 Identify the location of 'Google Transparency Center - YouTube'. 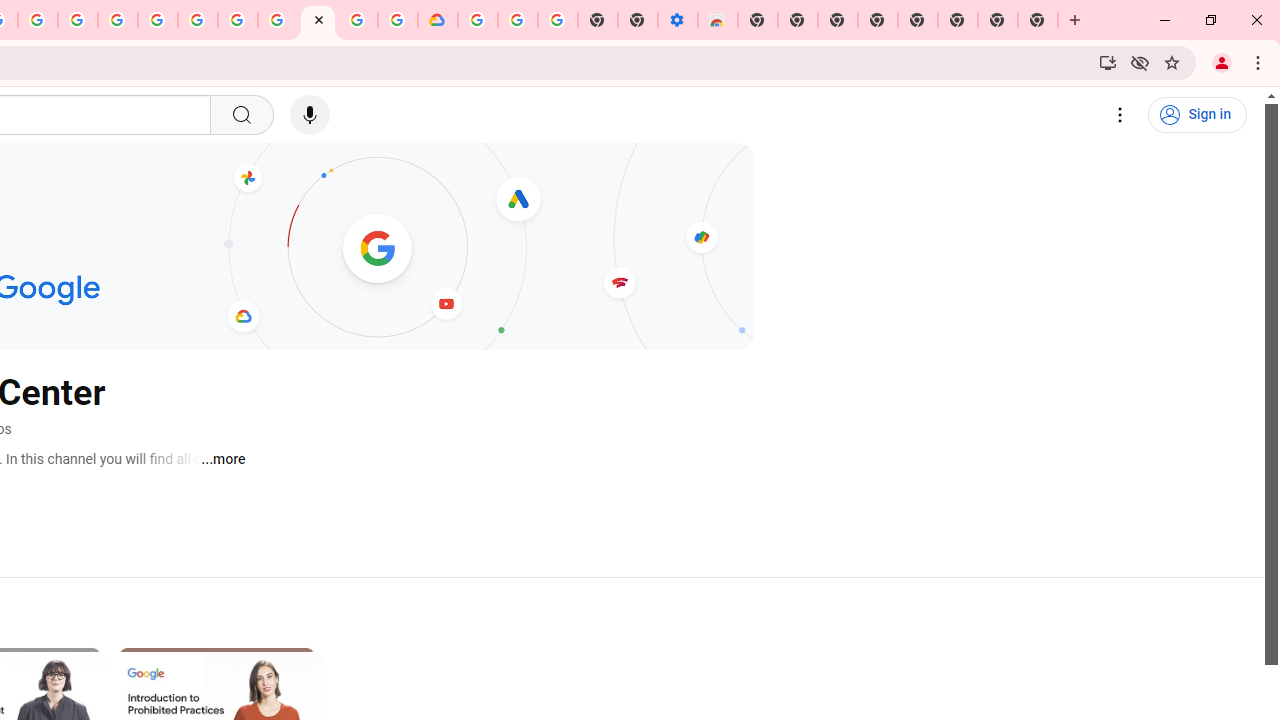
(317, 20).